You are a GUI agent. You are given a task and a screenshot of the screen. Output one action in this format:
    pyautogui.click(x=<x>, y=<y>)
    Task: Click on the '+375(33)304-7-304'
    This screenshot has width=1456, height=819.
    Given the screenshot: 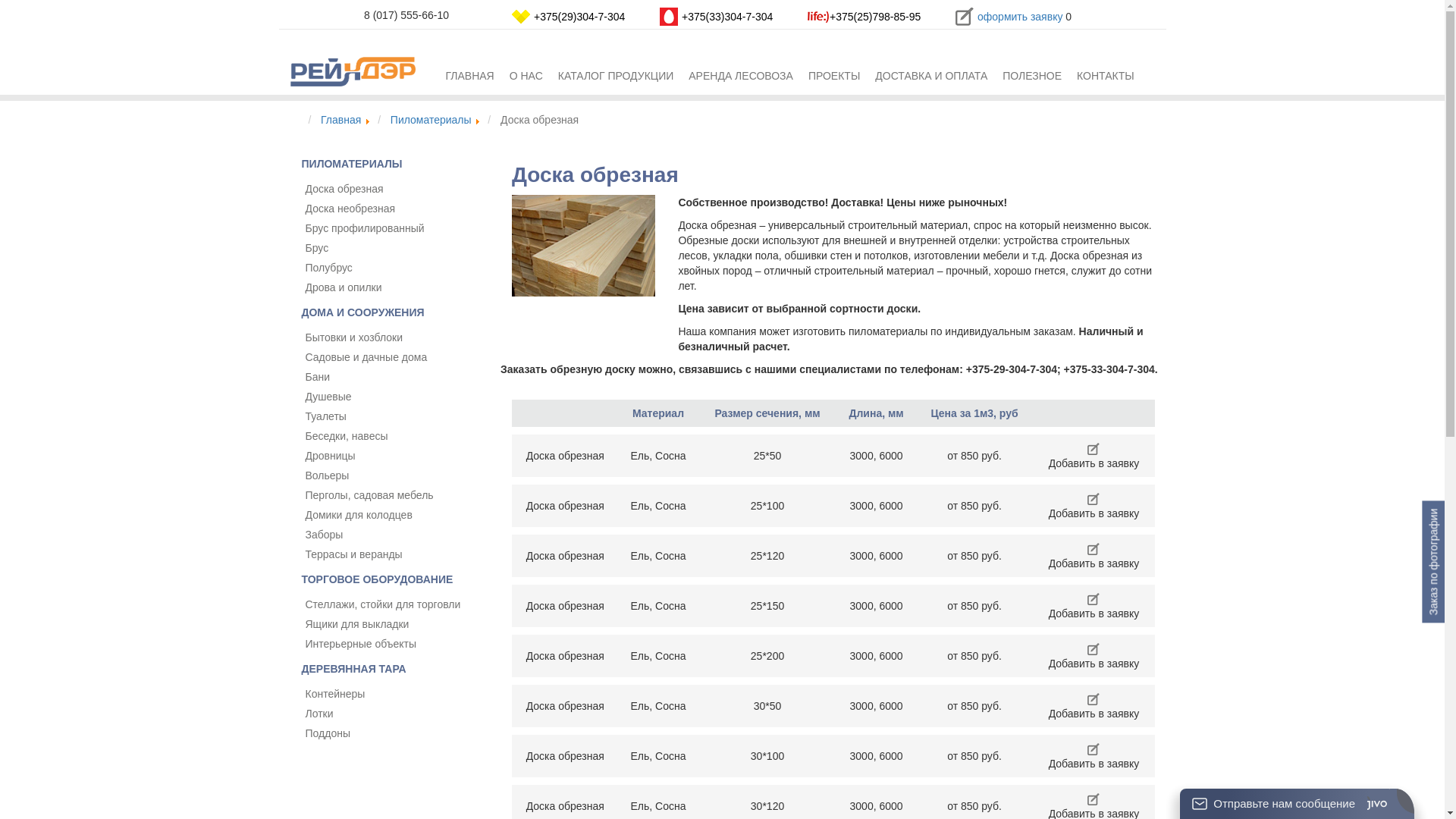 What is the action you would take?
    pyautogui.click(x=726, y=17)
    